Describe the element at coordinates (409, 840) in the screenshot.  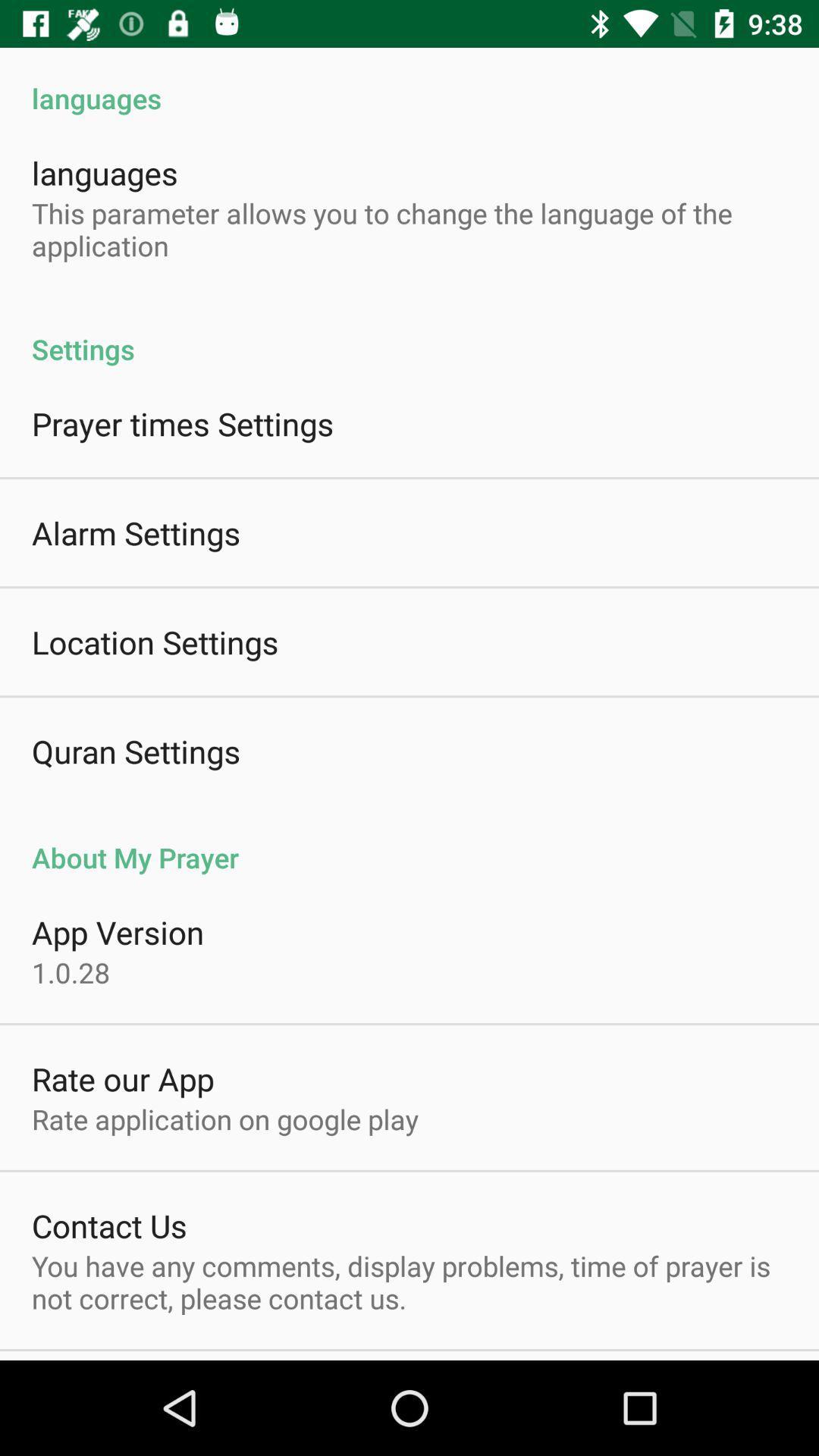
I see `the icon below quran settings icon` at that location.